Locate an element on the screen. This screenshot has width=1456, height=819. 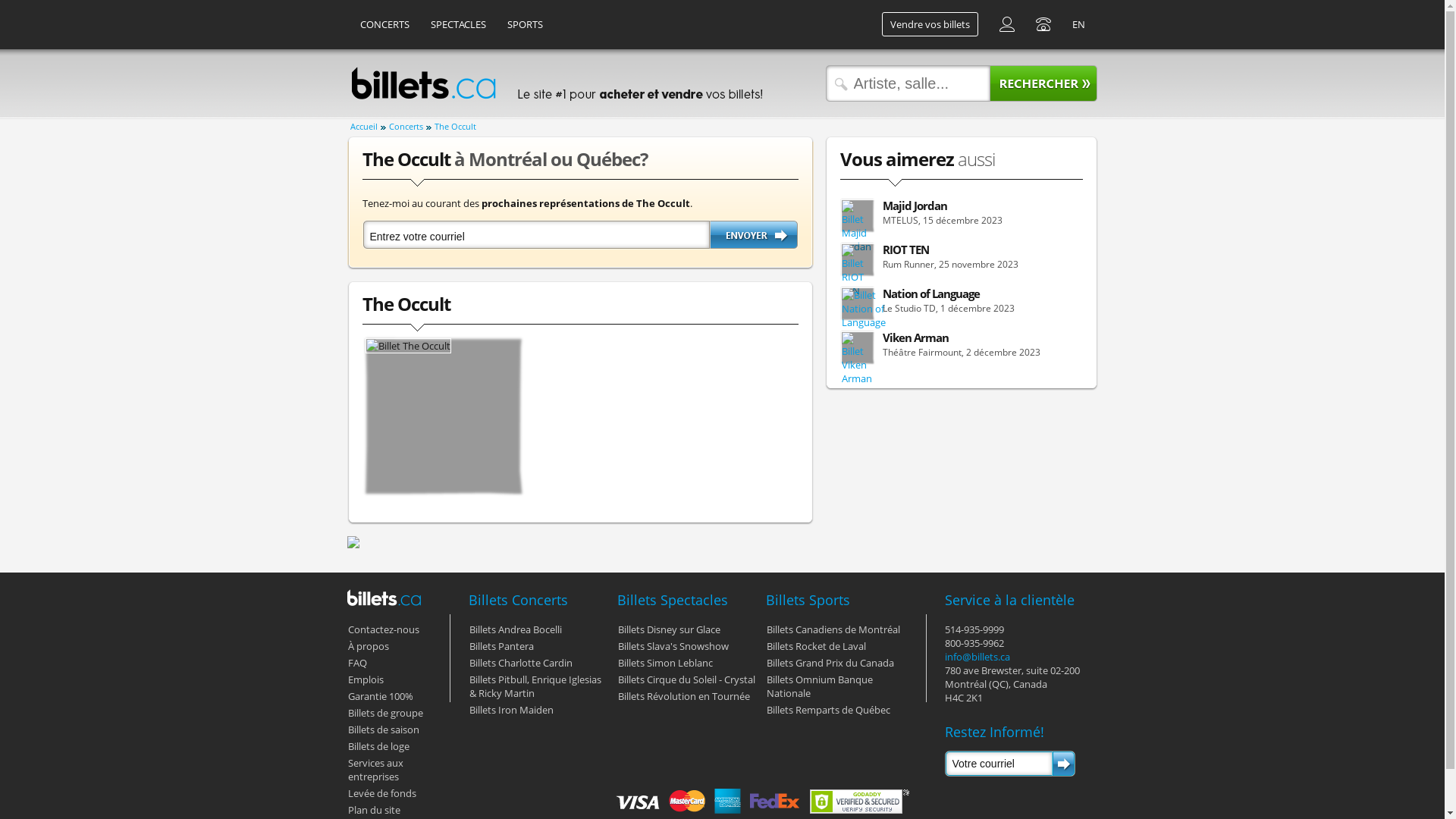
'Billets Andrea Bocelli' is located at coordinates (468, 629).